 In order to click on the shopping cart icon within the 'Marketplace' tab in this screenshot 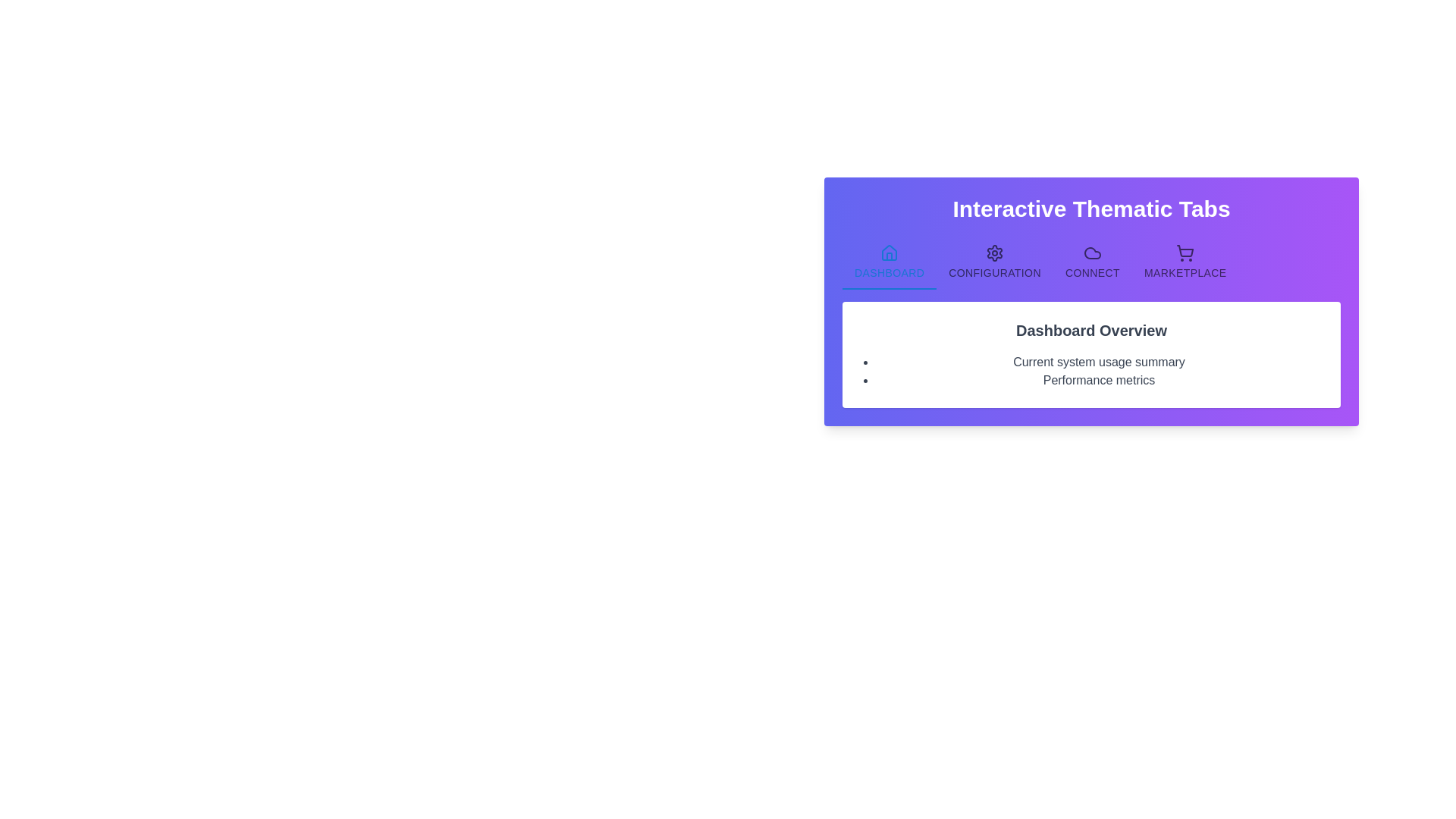, I will do `click(1185, 253)`.